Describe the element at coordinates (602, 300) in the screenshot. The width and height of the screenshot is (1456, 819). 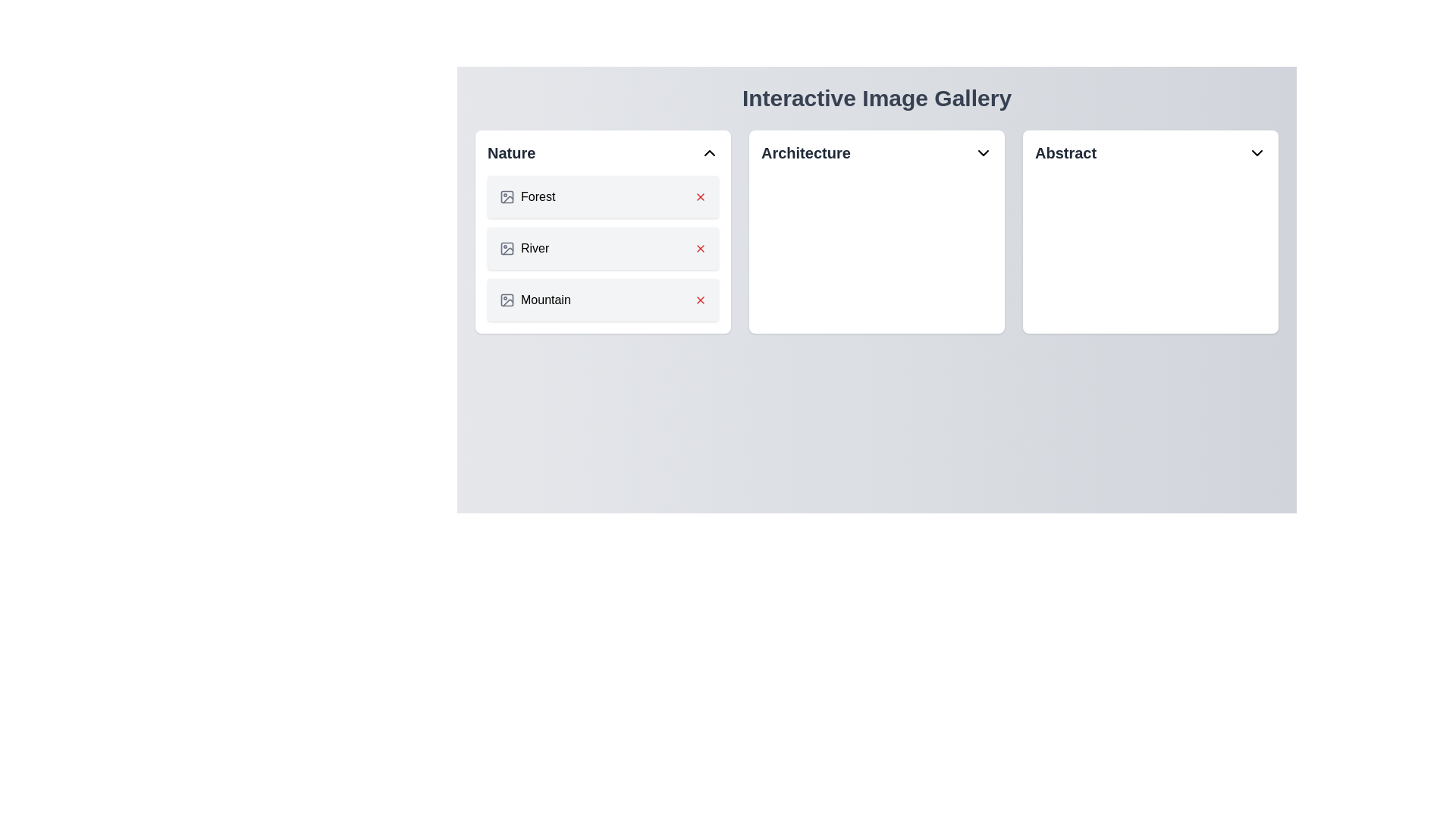
I see `the 'Mountain' category list item, which is the third entry in the vertical list under the 'Nature' section in the left panel` at that location.